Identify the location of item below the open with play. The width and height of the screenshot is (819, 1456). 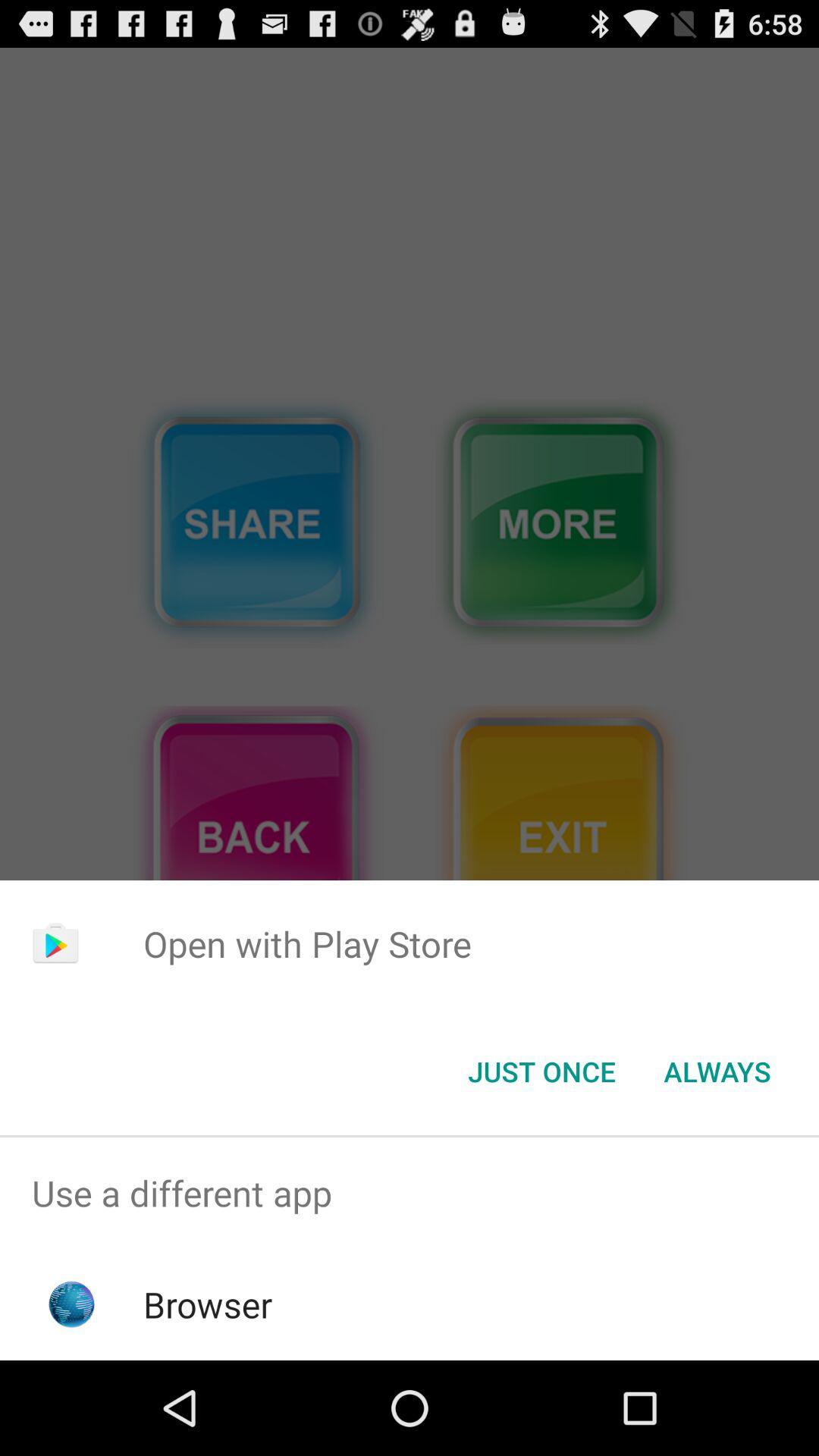
(717, 1070).